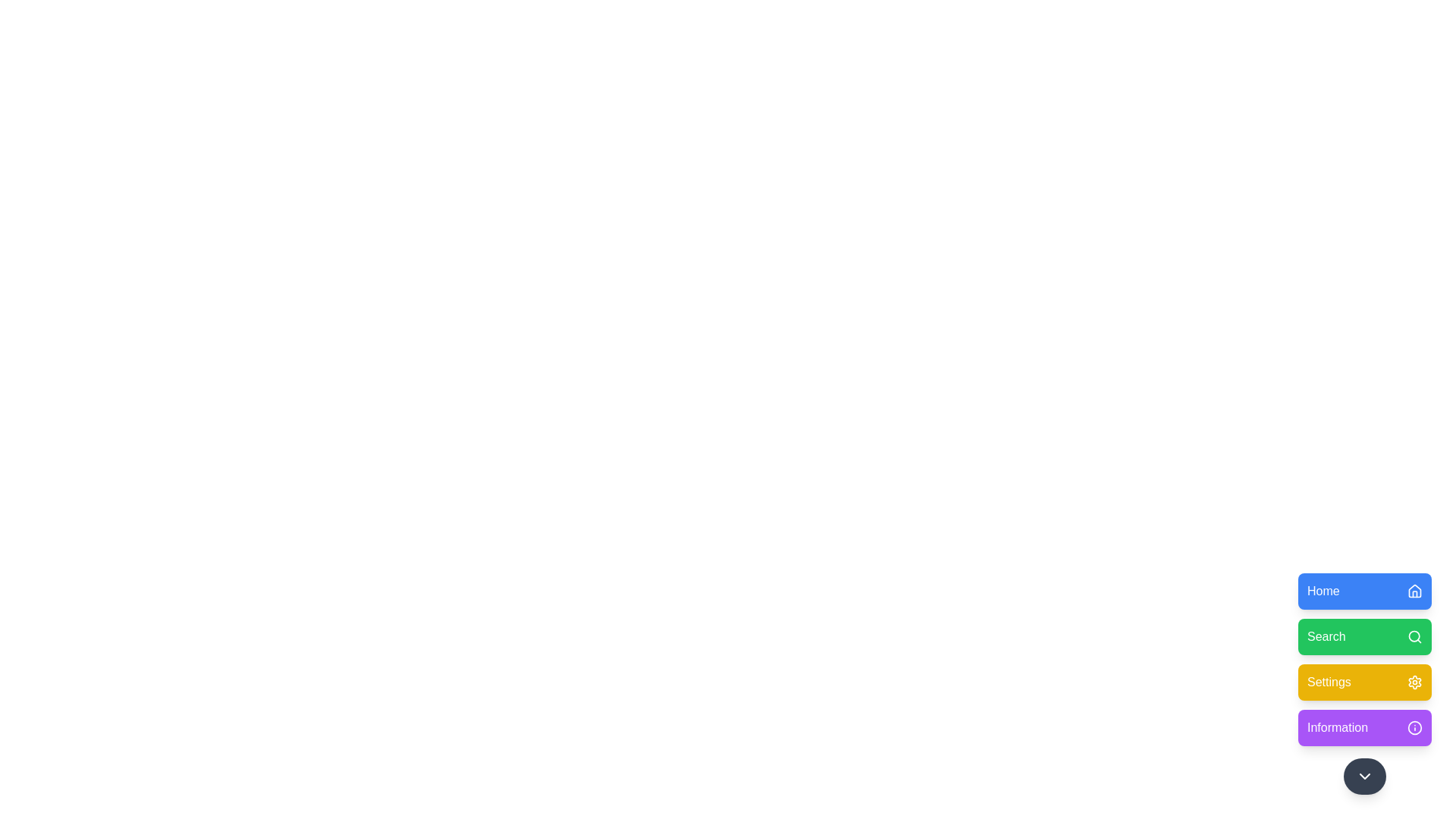 The image size is (1456, 819). What do you see at coordinates (1365, 727) in the screenshot?
I see `the menu option Information from the floating menu` at bounding box center [1365, 727].